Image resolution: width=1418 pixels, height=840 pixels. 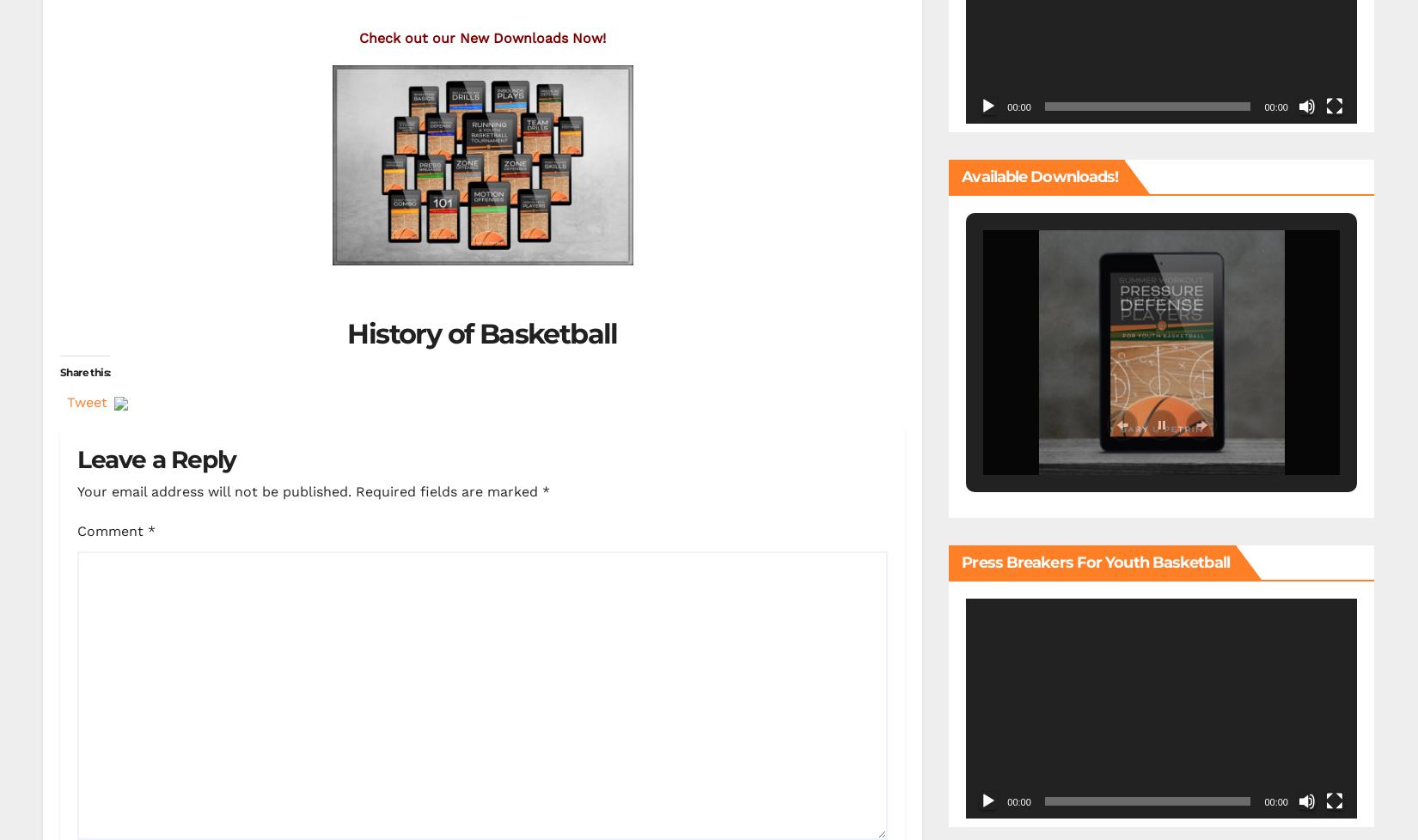 What do you see at coordinates (214, 490) in the screenshot?
I see `'Your email address will not be published.'` at bounding box center [214, 490].